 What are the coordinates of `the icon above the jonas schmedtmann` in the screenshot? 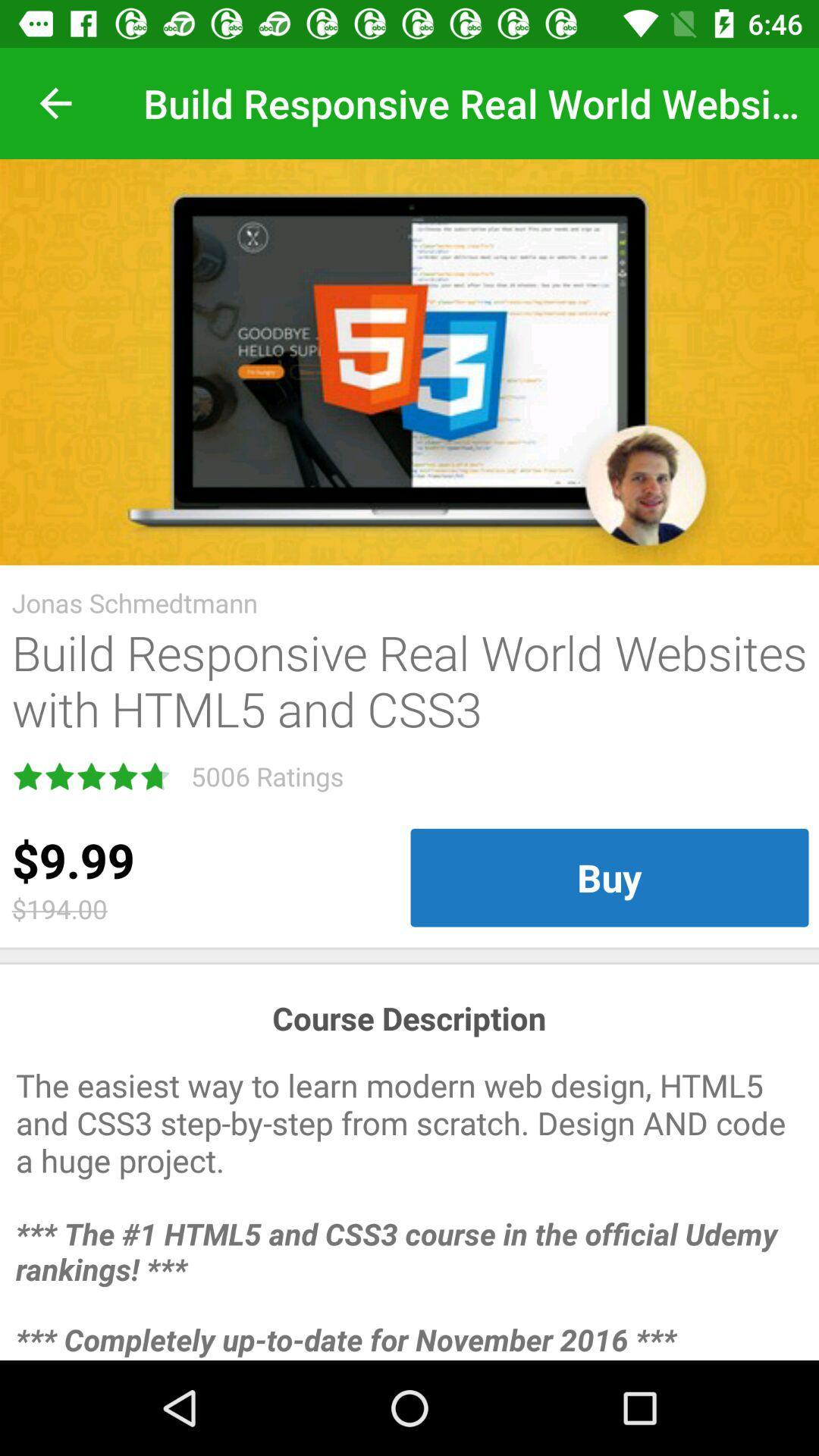 It's located at (409, 361).